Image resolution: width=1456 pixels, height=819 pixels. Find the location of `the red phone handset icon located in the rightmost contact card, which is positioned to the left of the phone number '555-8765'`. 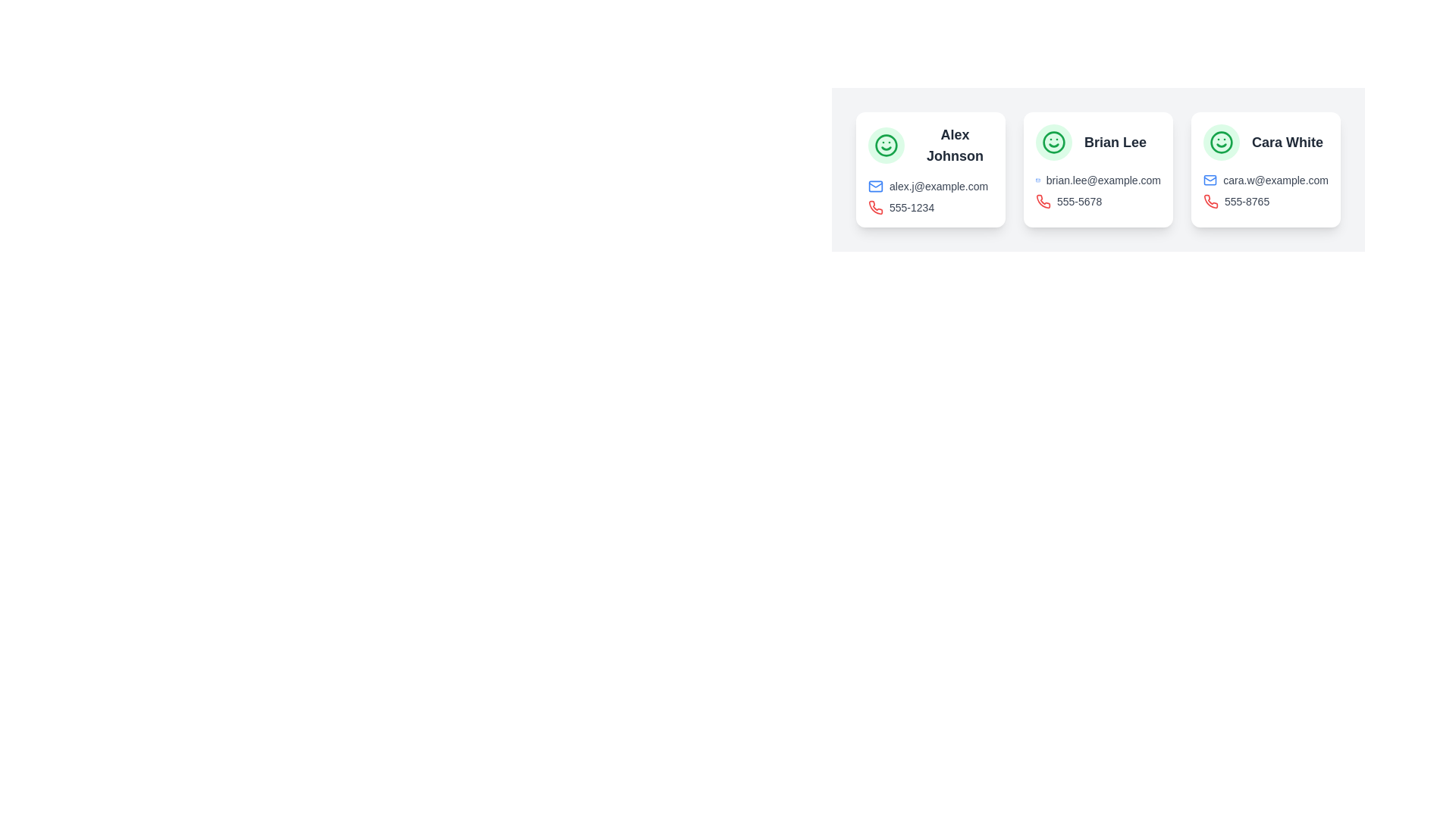

the red phone handset icon located in the rightmost contact card, which is positioned to the left of the phone number '555-8765' is located at coordinates (1210, 201).